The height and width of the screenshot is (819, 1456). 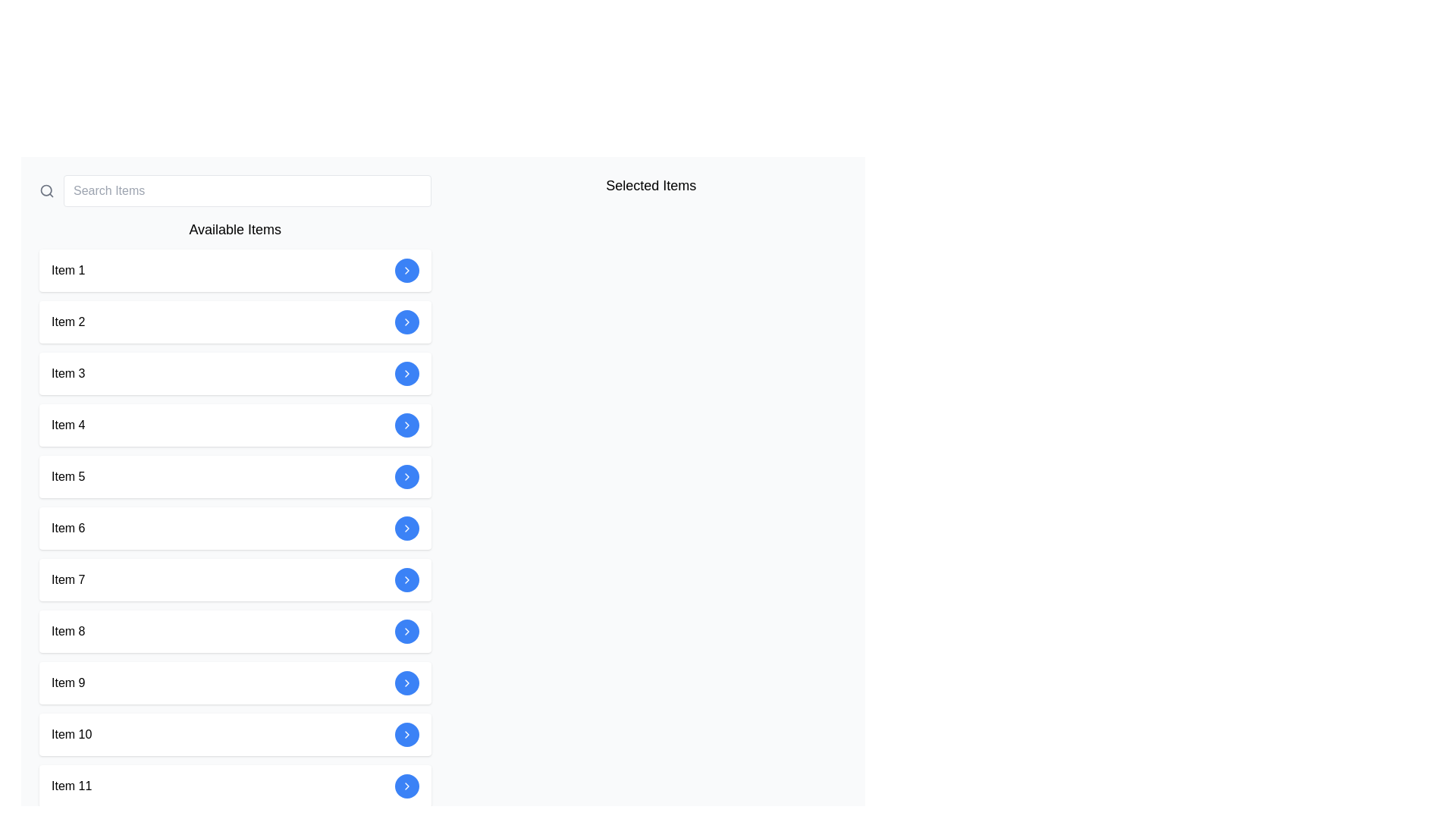 What do you see at coordinates (234, 475) in the screenshot?
I see `the selectable list item labeled 'Item 5'` at bounding box center [234, 475].